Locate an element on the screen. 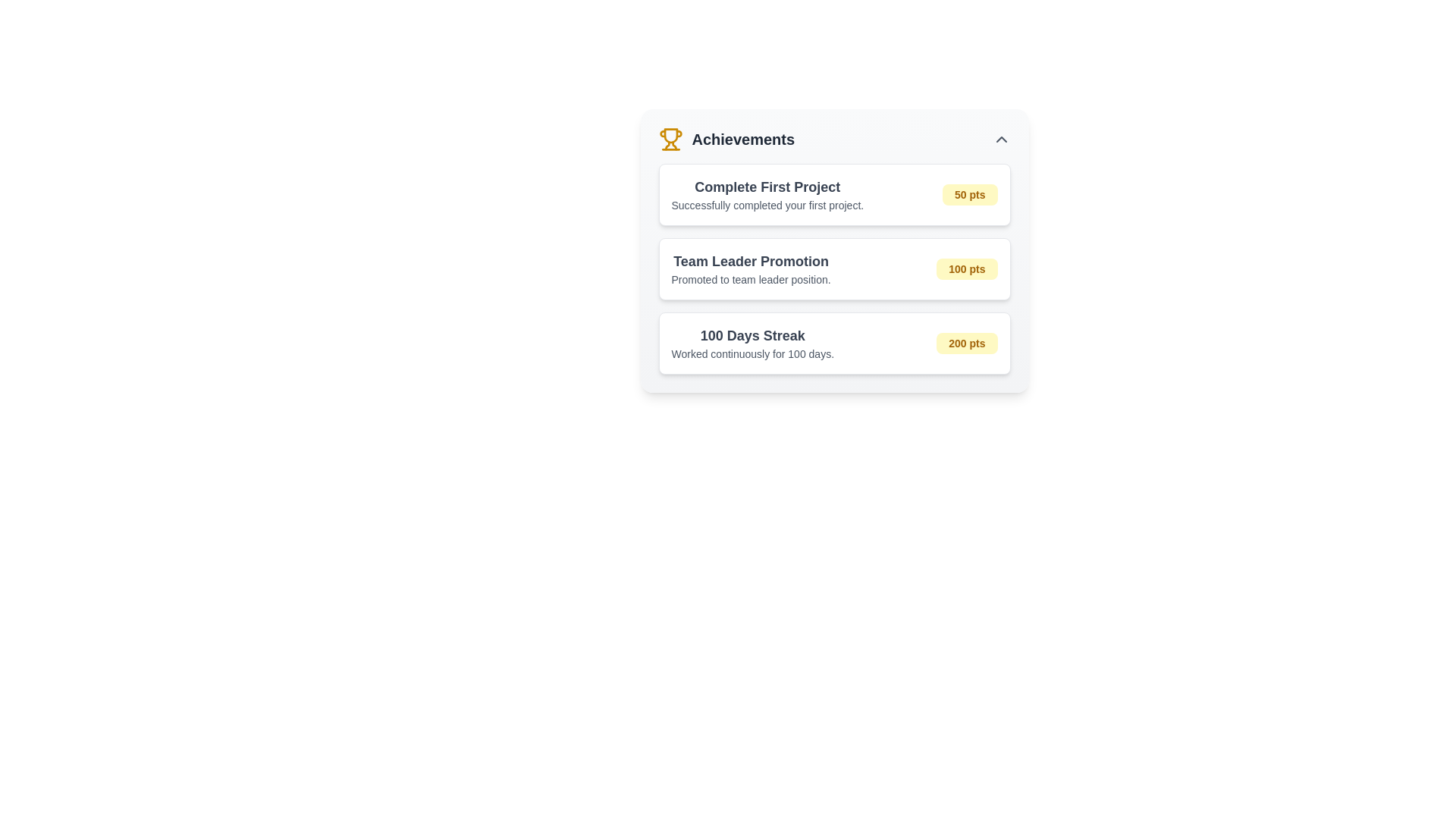  the Badge element representing the reward indicator for the 'Complete First Project' achievement, located to the far right of the section is located at coordinates (969, 194).